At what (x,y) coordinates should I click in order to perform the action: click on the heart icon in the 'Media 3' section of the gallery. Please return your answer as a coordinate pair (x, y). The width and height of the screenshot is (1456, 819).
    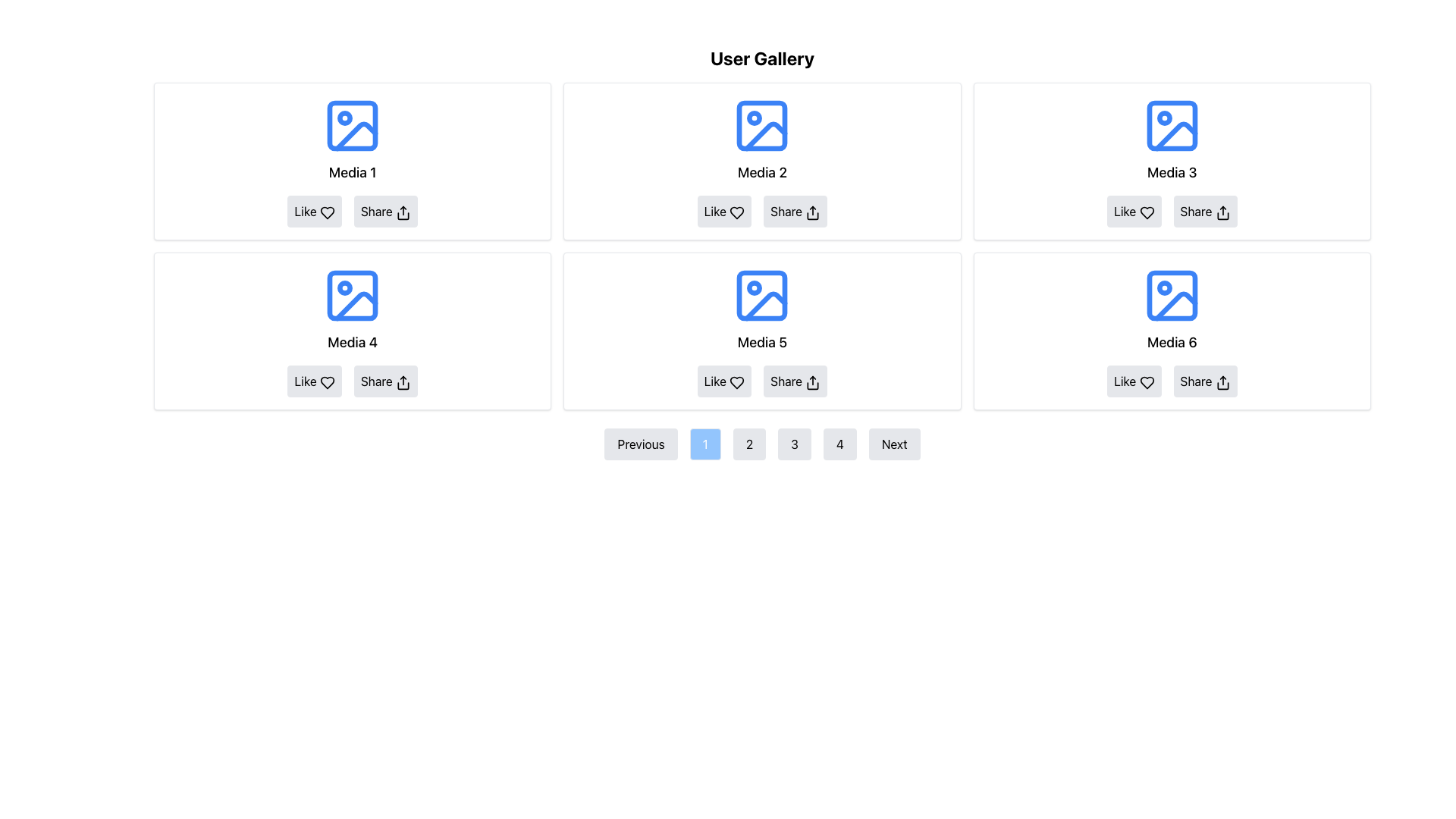
    Looking at the image, I should click on (1147, 212).